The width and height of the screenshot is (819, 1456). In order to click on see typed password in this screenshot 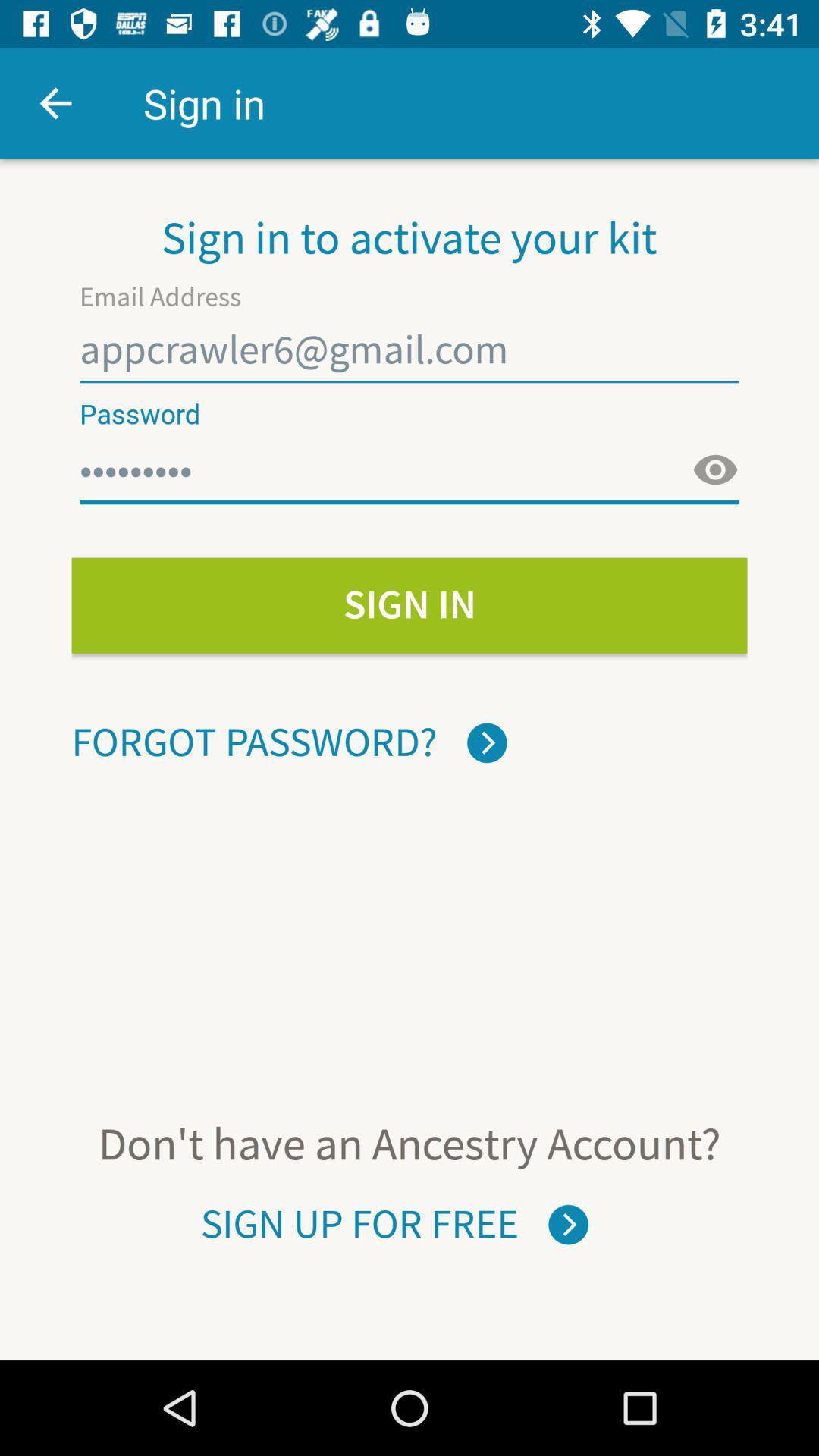, I will do `click(715, 469)`.